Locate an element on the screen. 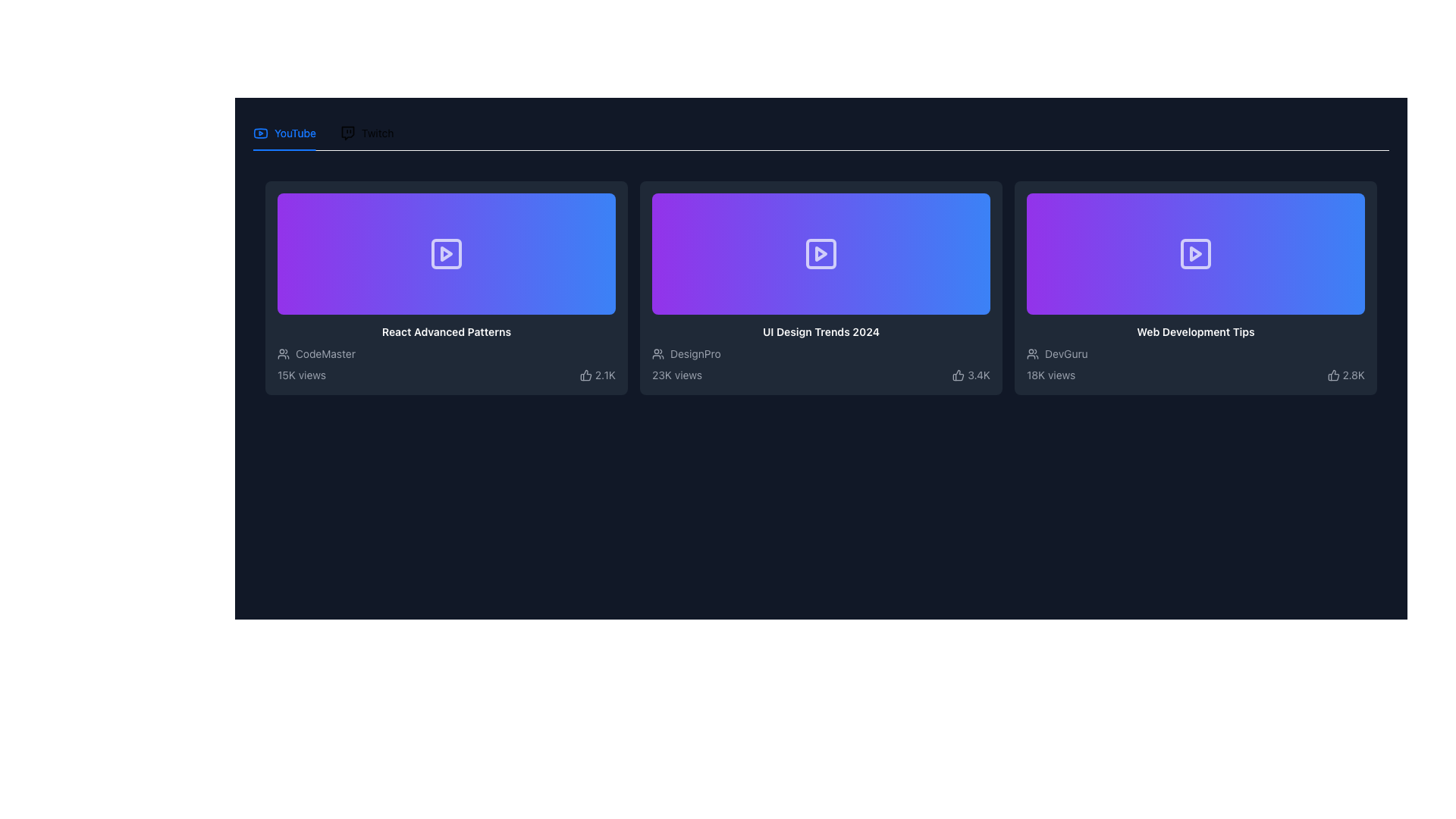  the YouTube tab, which is the first tab in the navigation bar, featuring a play button icon and a blue highlight indicating its active state is located at coordinates (284, 133).